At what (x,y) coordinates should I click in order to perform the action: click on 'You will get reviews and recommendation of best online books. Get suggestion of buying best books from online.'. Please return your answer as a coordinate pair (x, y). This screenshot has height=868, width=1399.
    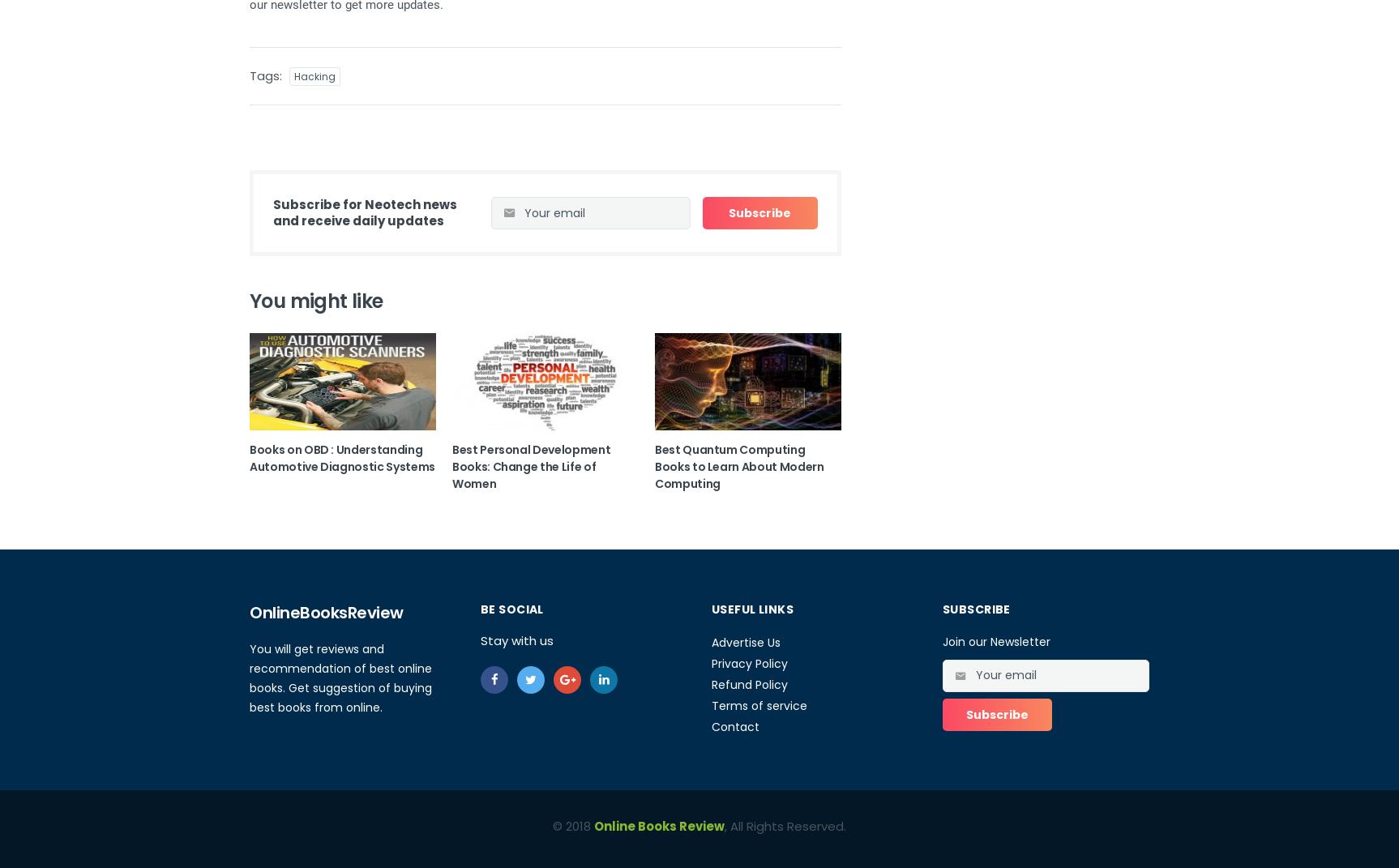
    Looking at the image, I should click on (340, 677).